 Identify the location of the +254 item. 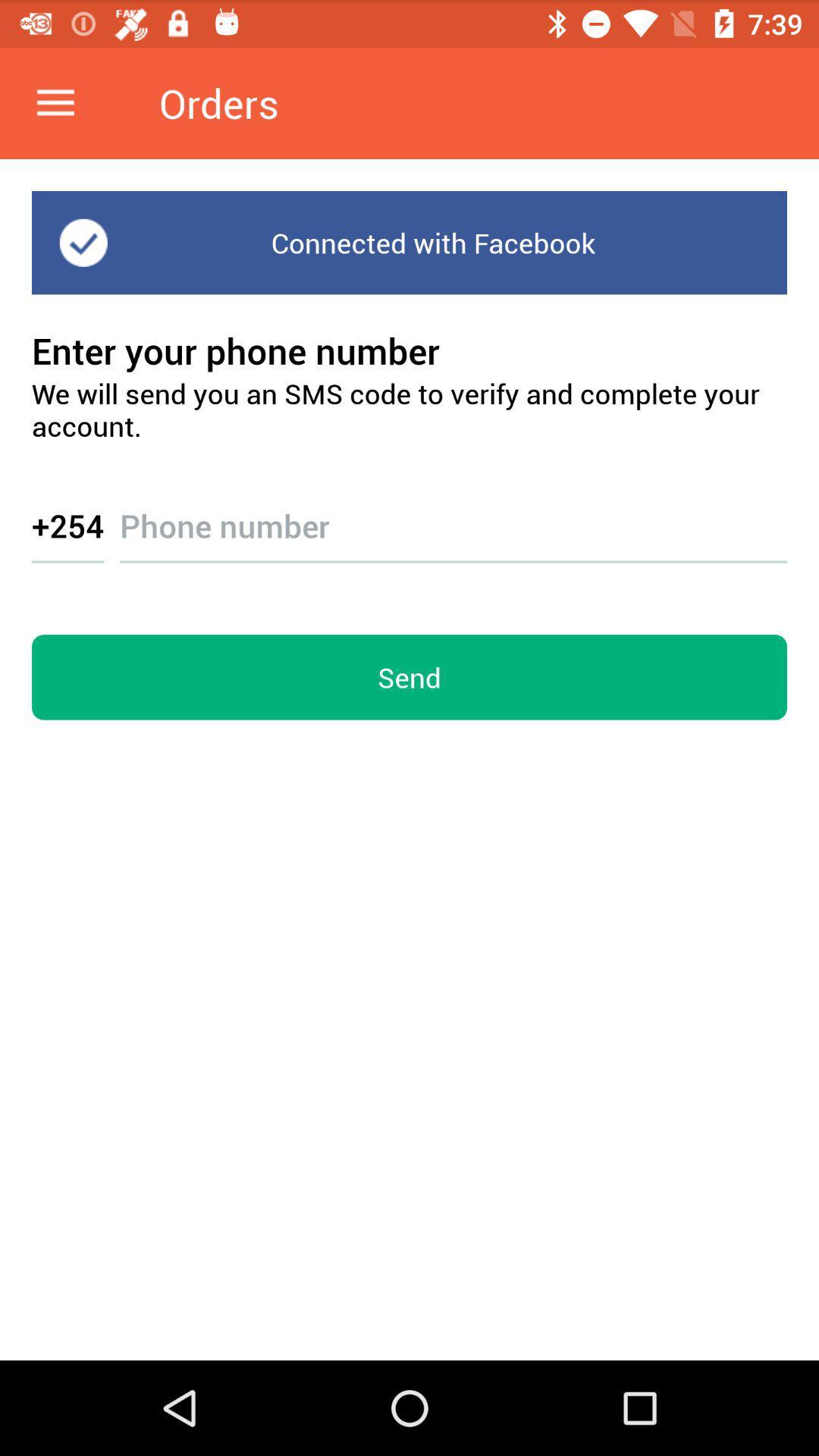
(67, 525).